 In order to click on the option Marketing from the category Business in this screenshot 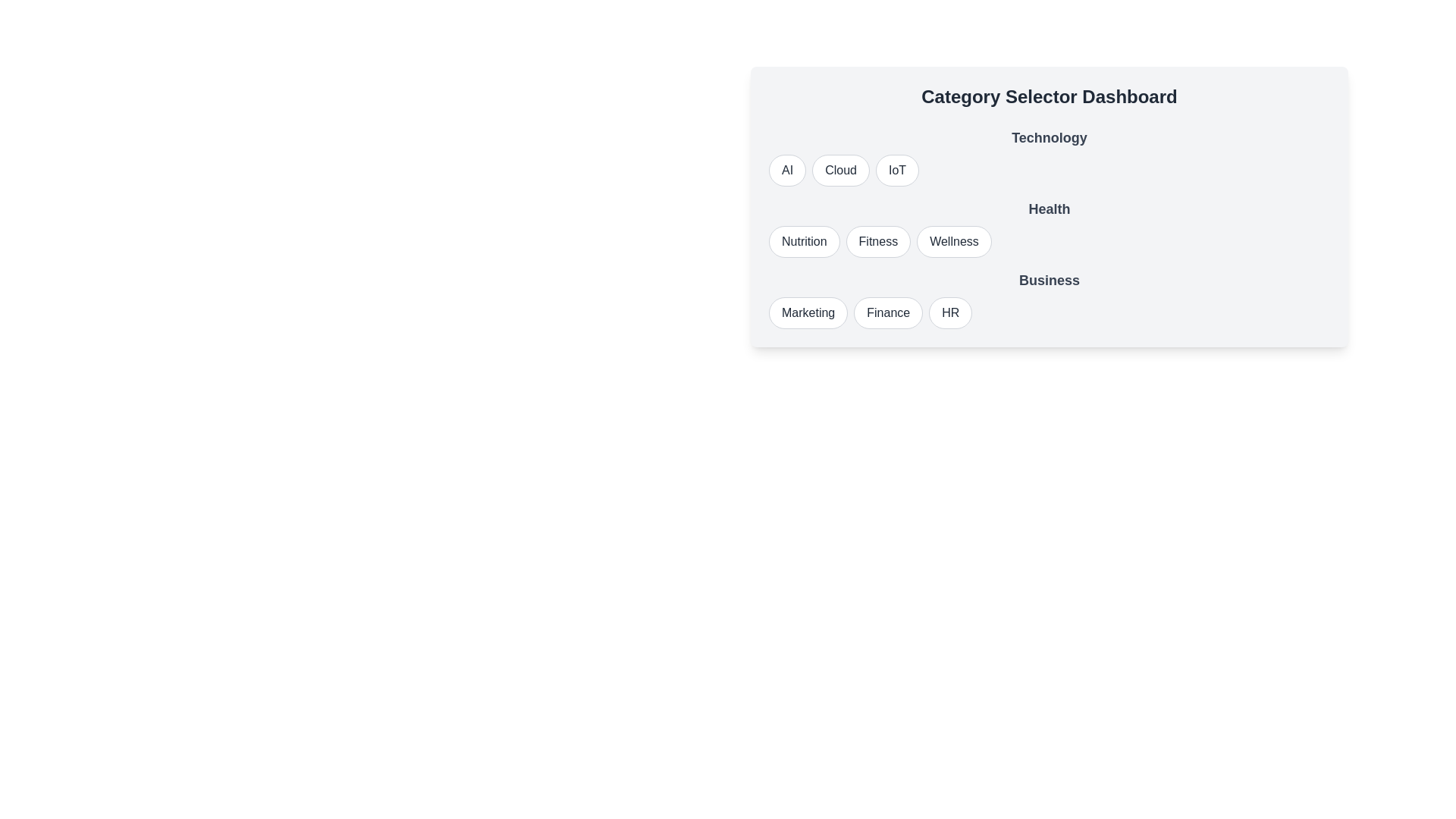, I will do `click(808, 312)`.